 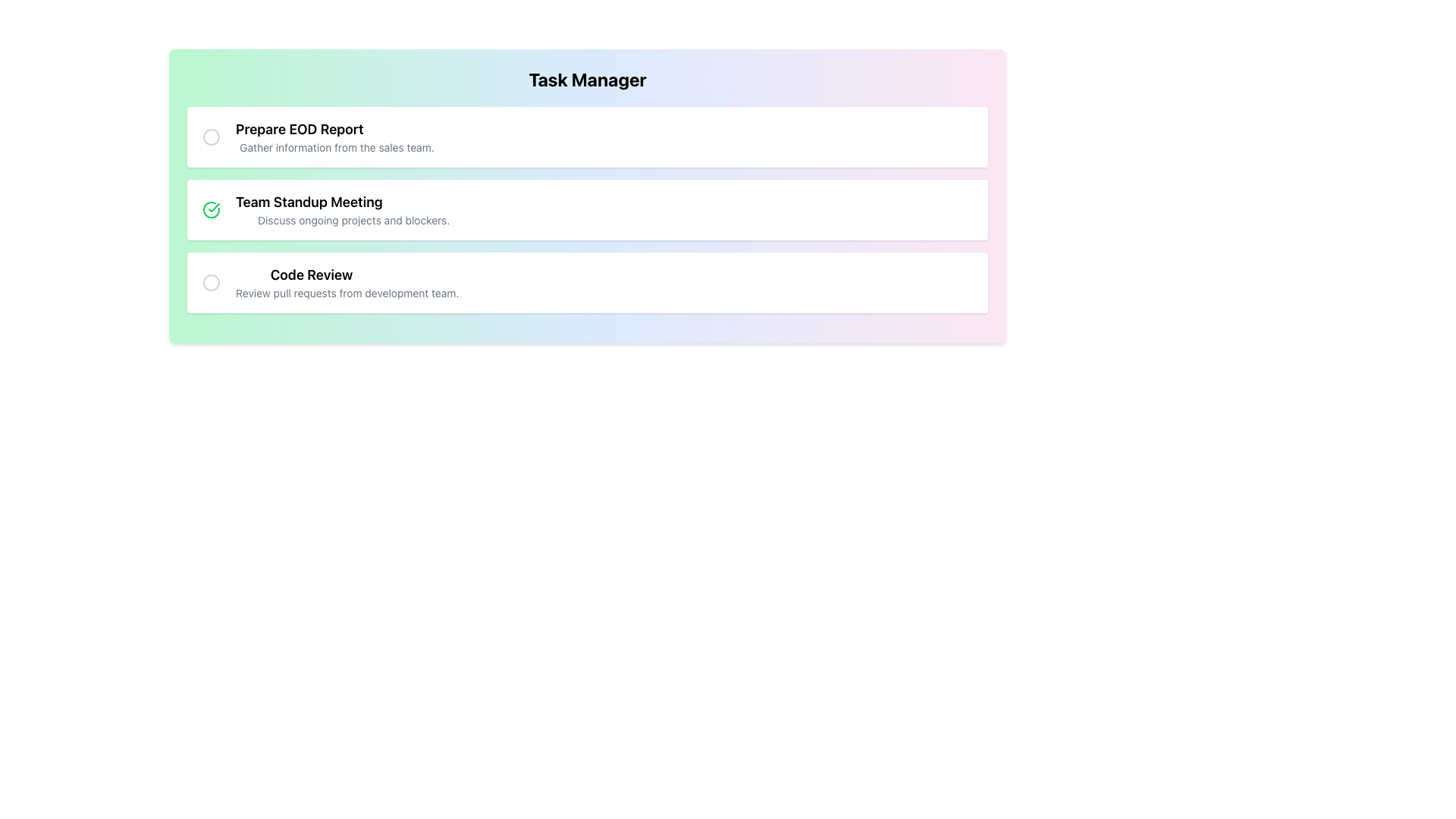 What do you see at coordinates (353, 220) in the screenshot?
I see `the text element displaying 'Discuss ongoing projects and blockers.' which is located below 'Team Standup Meeting' and 'Medium Priority' in a task management interface` at bounding box center [353, 220].